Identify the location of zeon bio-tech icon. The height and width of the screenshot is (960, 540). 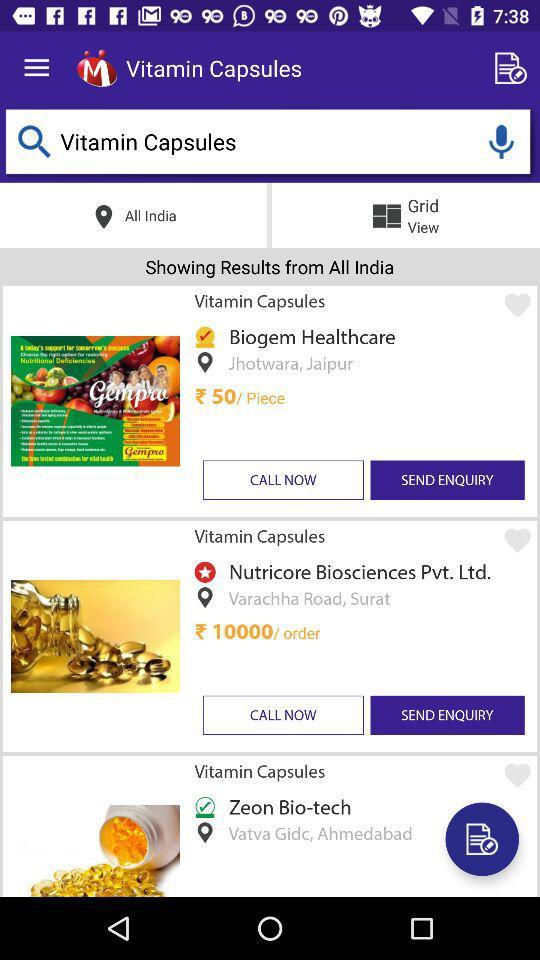
(286, 806).